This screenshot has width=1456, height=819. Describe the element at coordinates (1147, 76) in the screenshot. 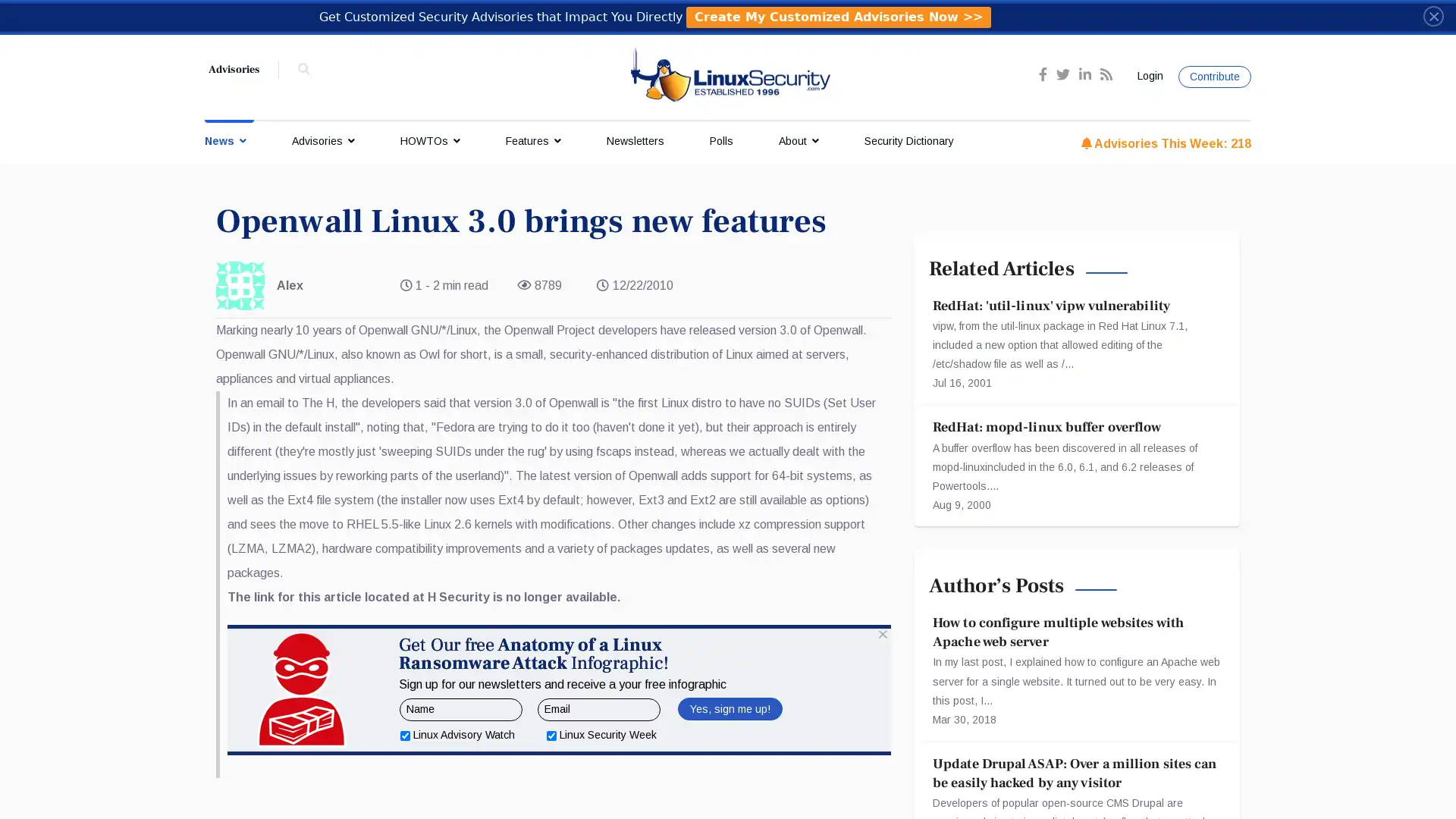

I see `Login` at that location.